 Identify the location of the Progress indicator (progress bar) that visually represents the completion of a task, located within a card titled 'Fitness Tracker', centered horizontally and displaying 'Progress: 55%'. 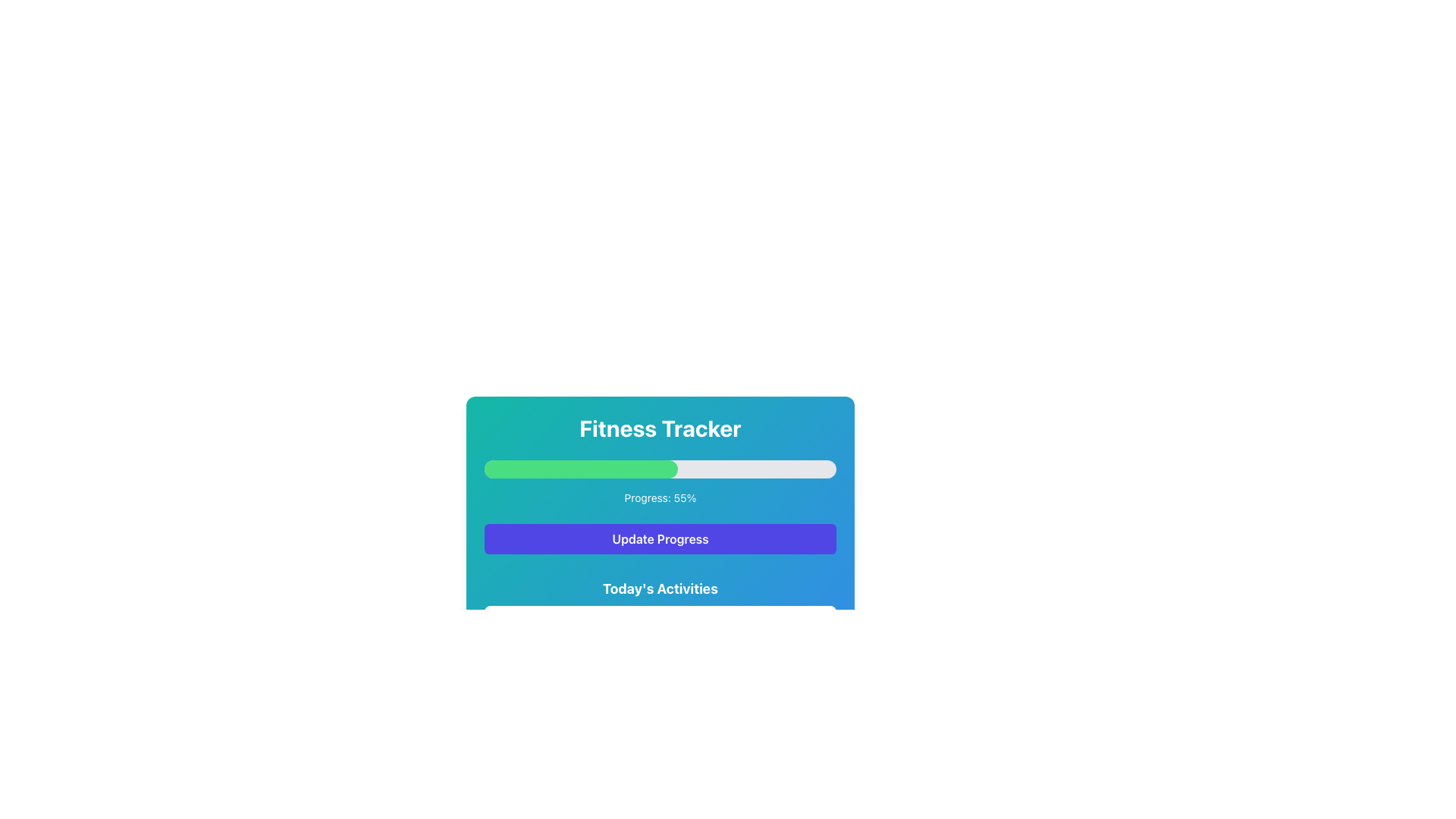
(580, 468).